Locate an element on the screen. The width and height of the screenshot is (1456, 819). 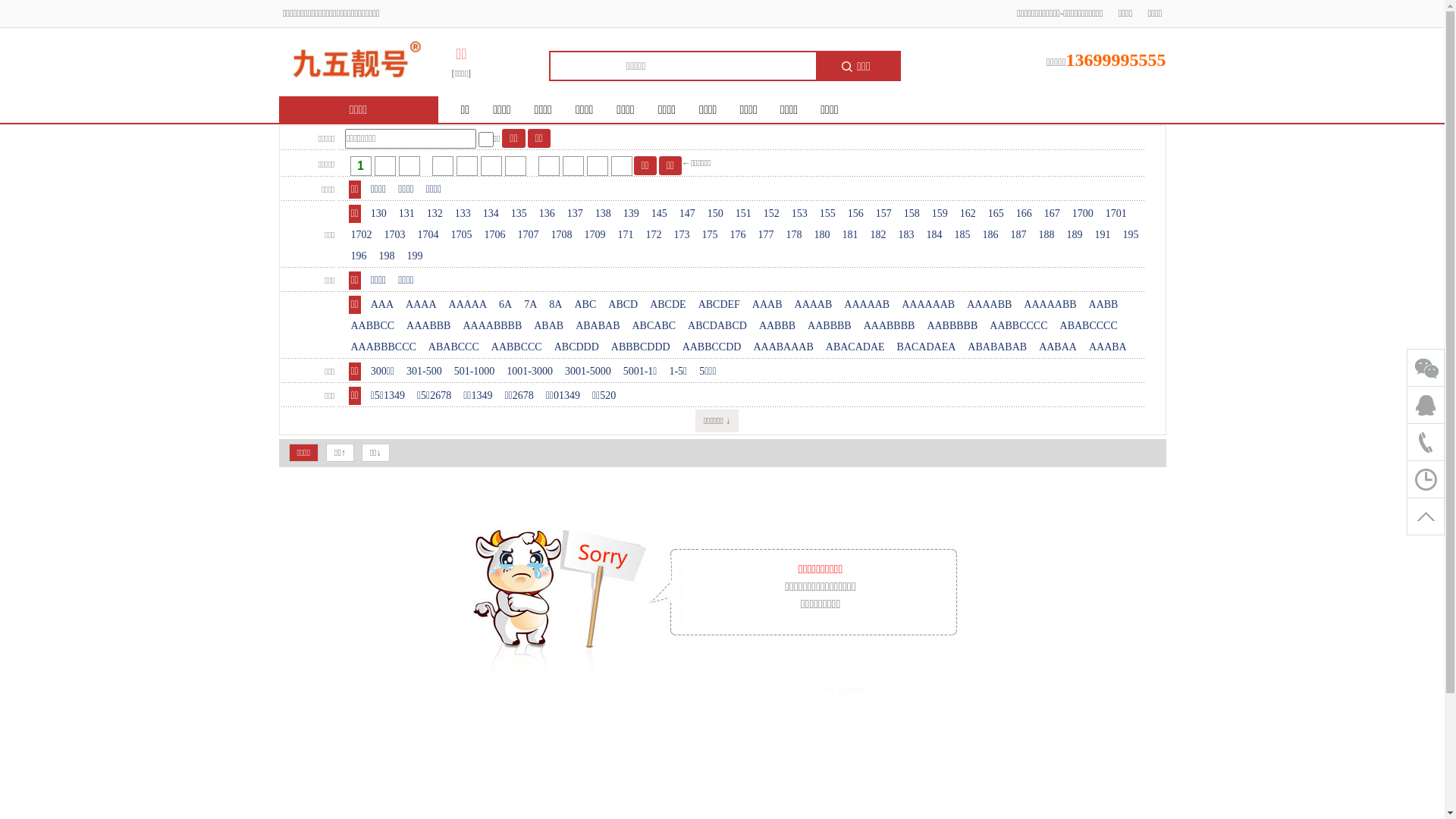
'178' is located at coordinates (793, 234).